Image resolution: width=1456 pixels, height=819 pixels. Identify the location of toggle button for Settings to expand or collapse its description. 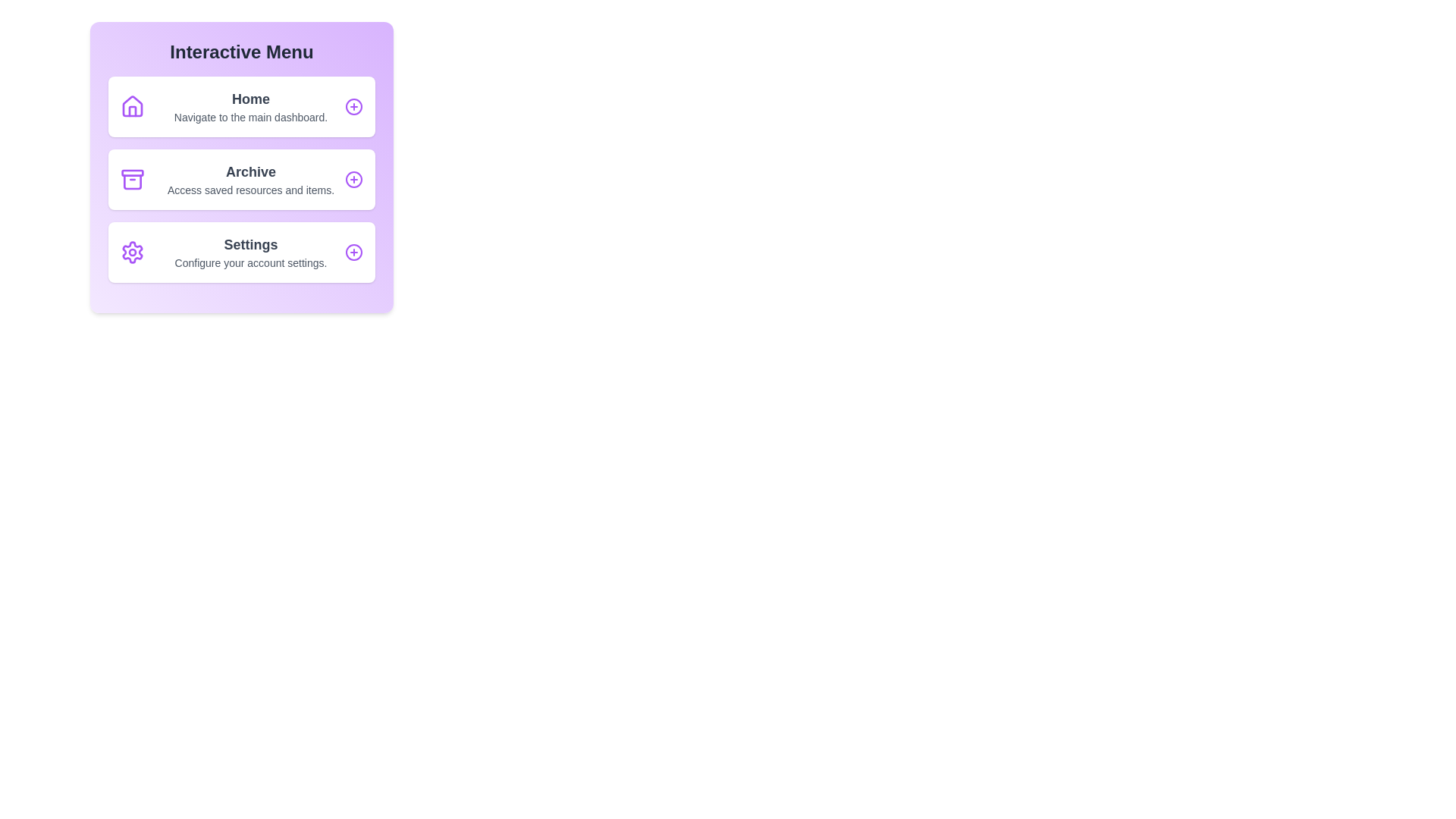
(353, 251).